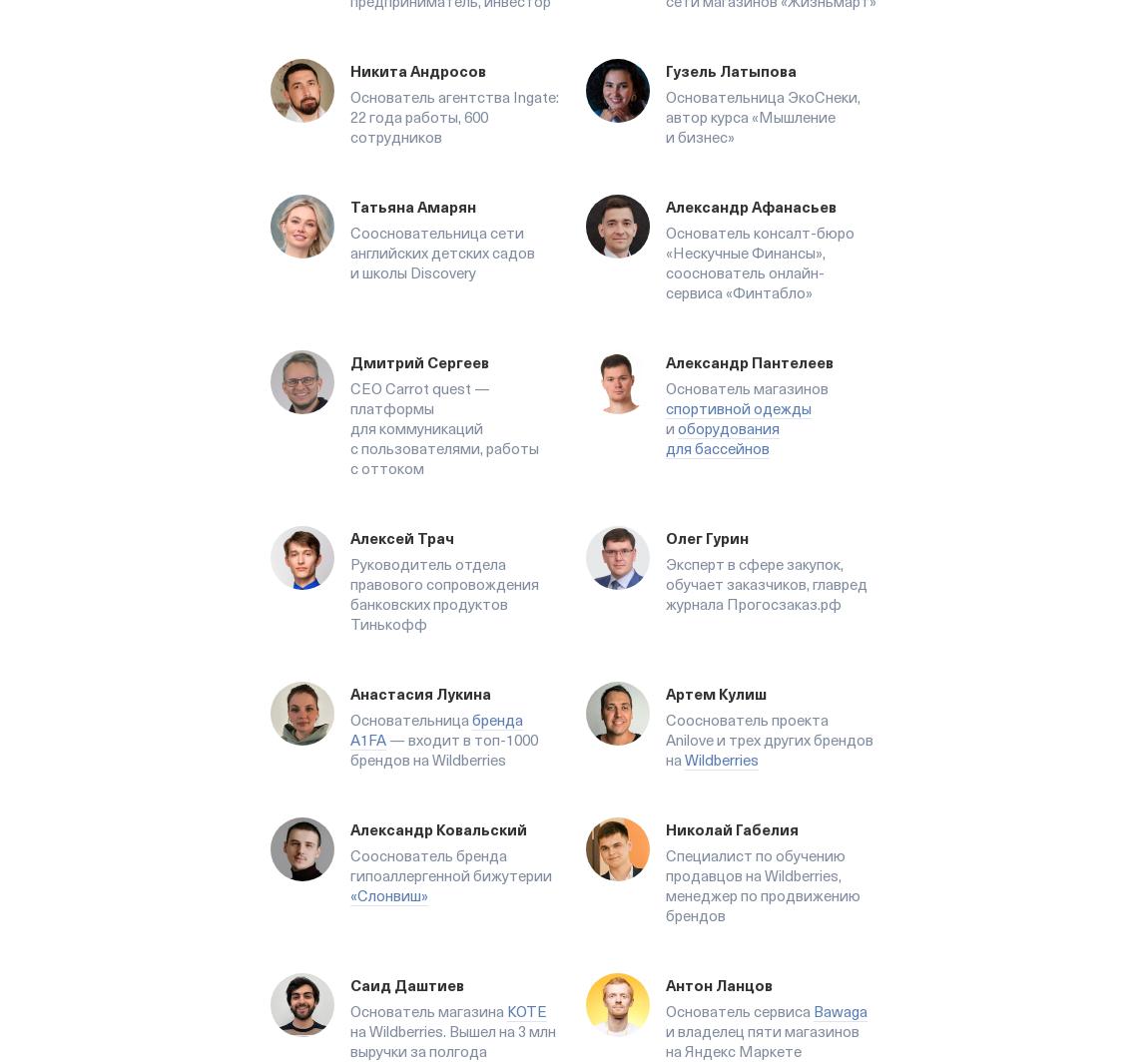 The height and width of the screenshot is (1062, 1148). What do you see at coordinates (759, 263) in the screenshot?
I see `'Основатель консалт-бюро «Нескучные Финансы», сооснователь онлайн-сервиса «Финтабло»'` at bounding box center [759, 263].